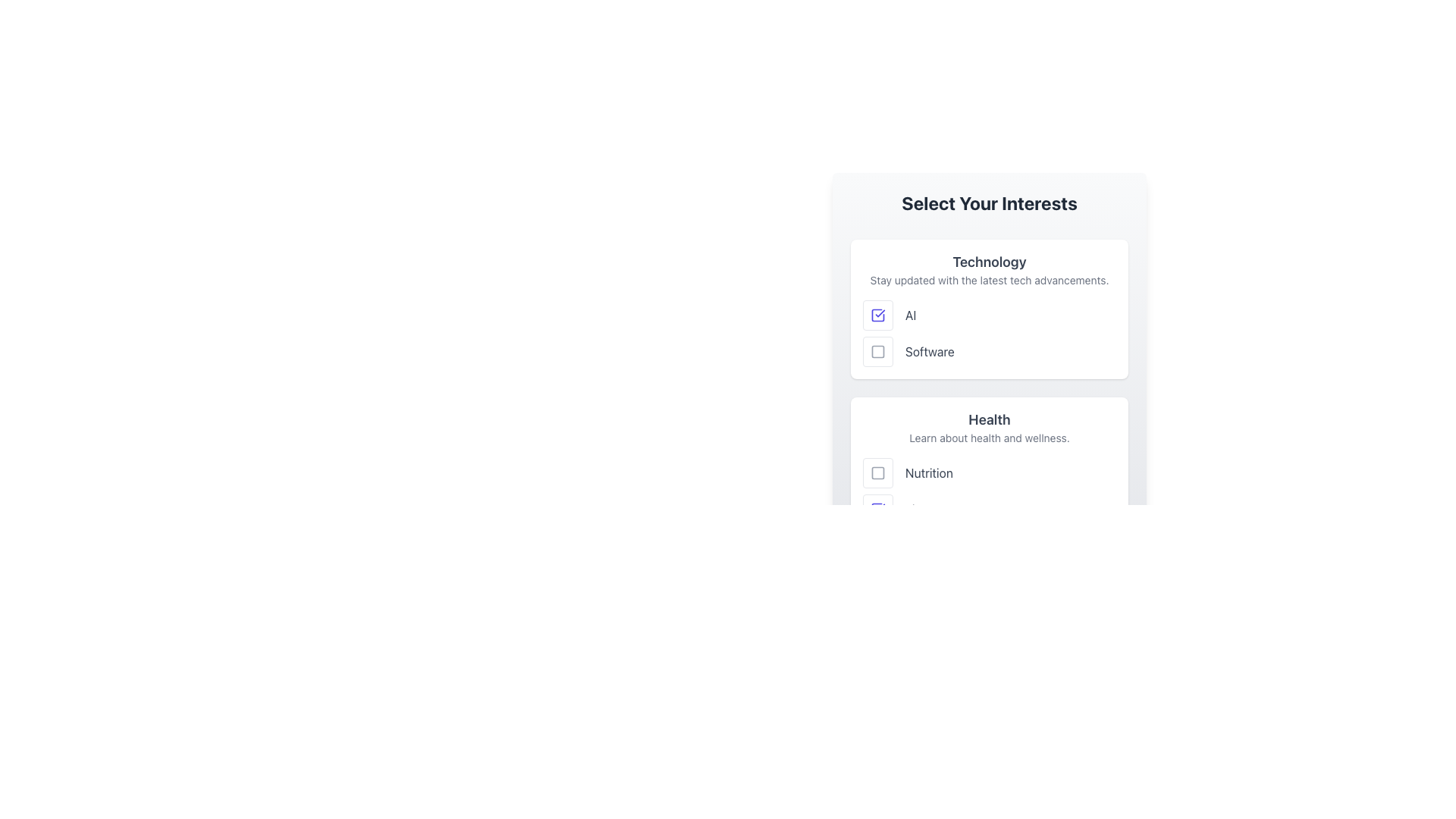  I want to click on the checkbox located to the left of the text labeled 'AI' in the 'Technology' interest selection section, so click(877, 315).